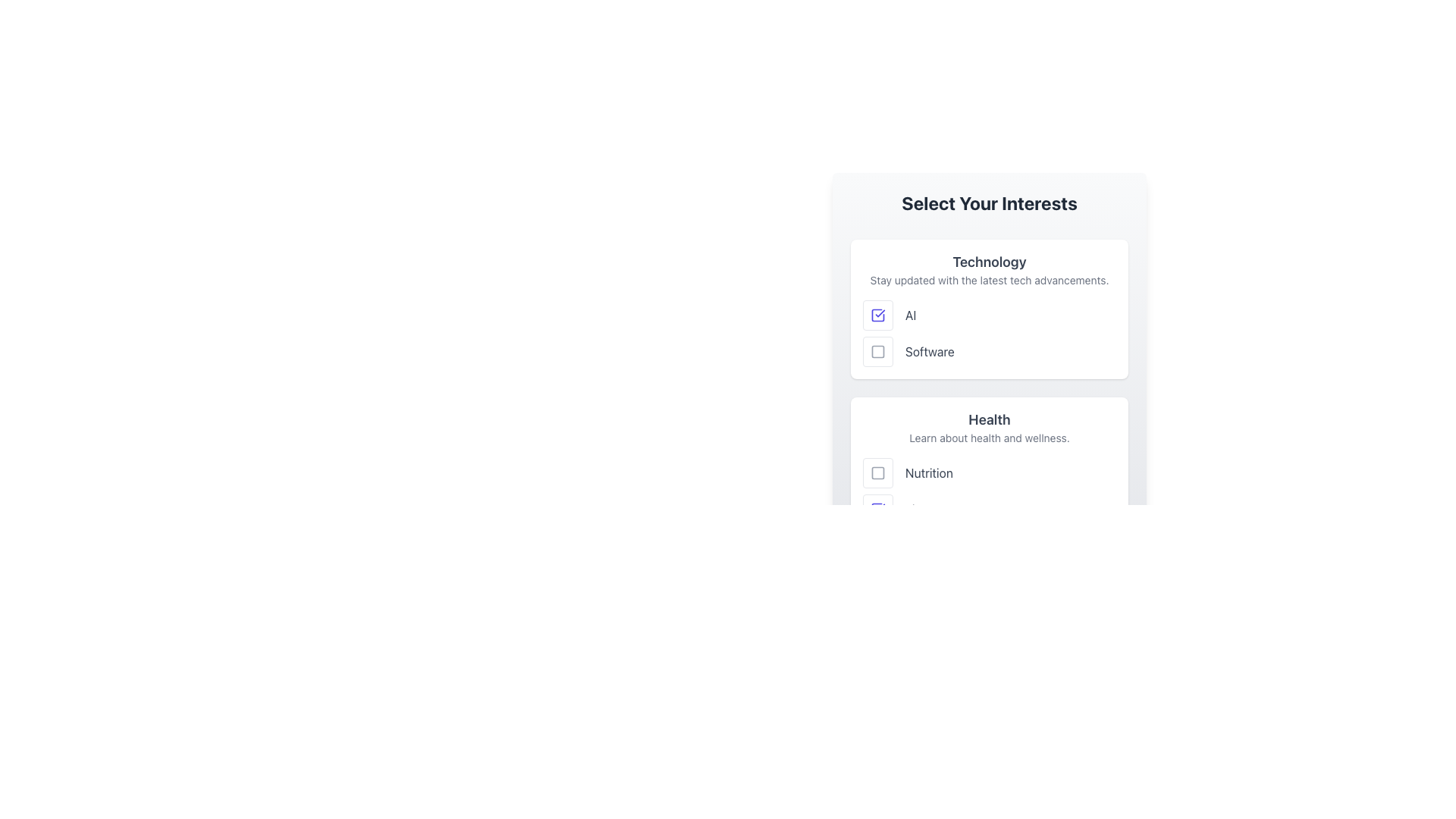  I want to click on the checkbox located to the left of the text labeled 'AI' in the 'Technology' interest selection section, so click(877, 315).